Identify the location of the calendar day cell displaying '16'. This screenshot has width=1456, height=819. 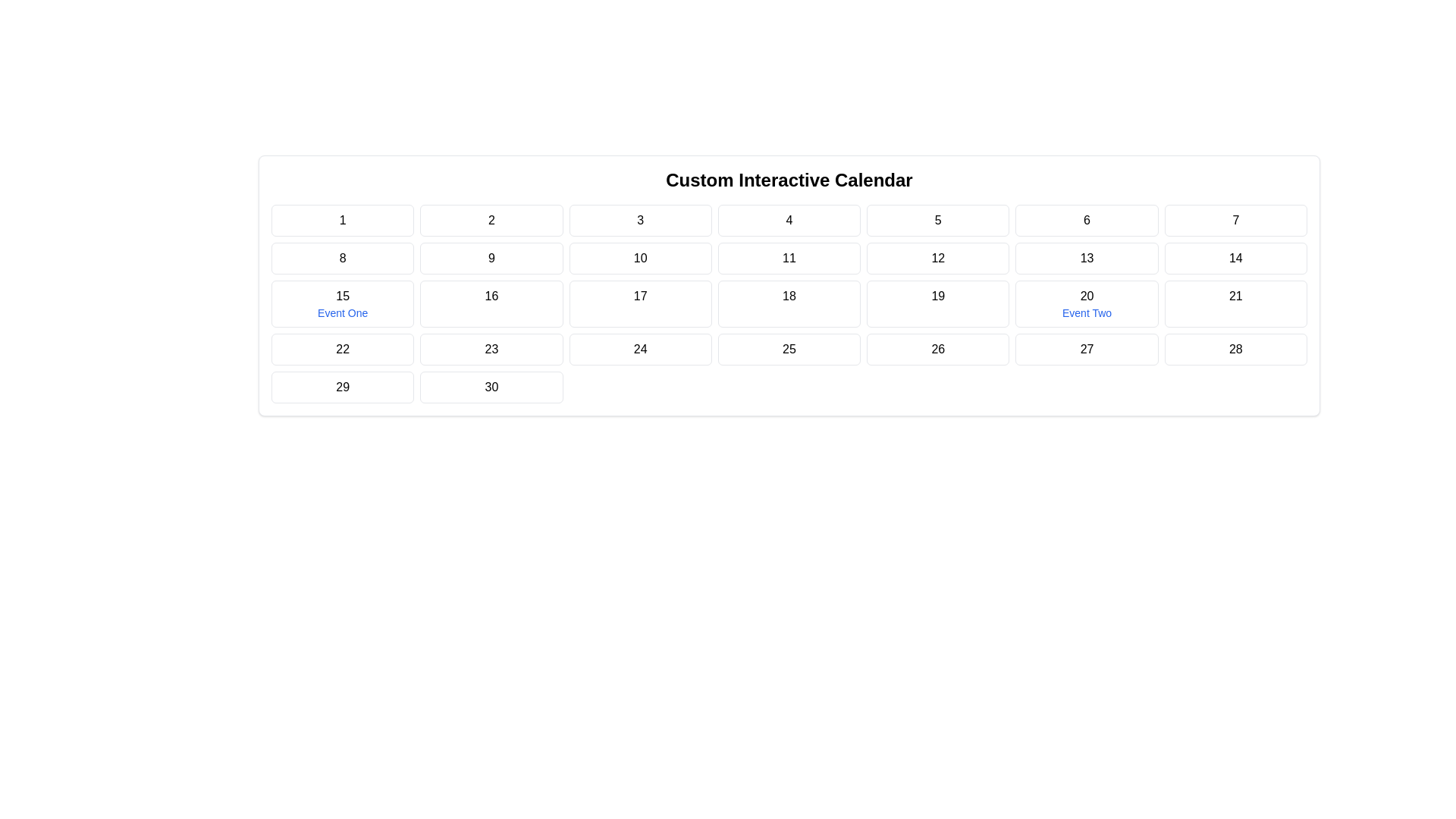
(491, 304).